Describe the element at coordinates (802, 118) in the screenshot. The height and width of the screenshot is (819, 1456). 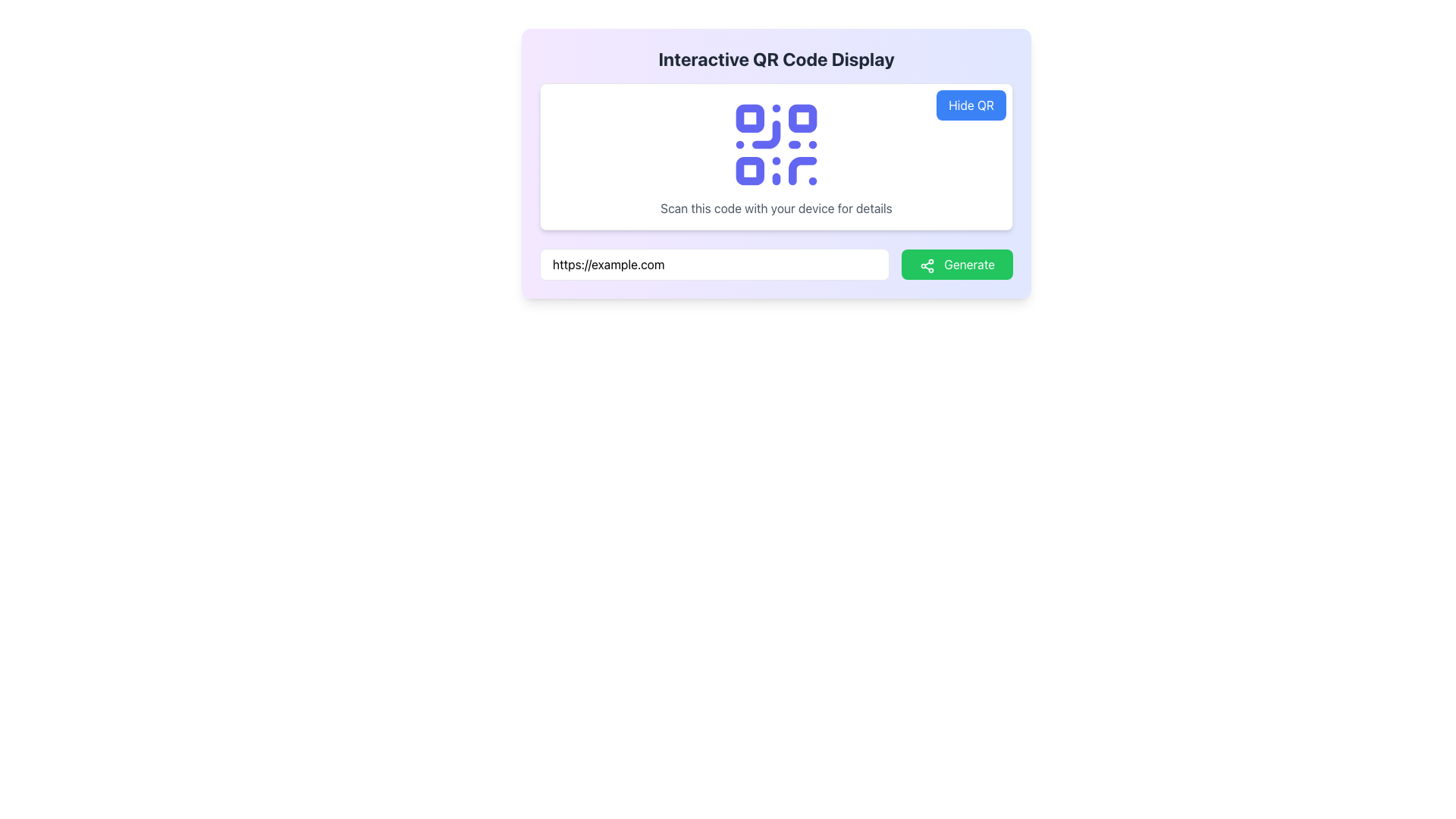
I see `the second square element within the QR code, which is positioned to the right of the first square` at that location.